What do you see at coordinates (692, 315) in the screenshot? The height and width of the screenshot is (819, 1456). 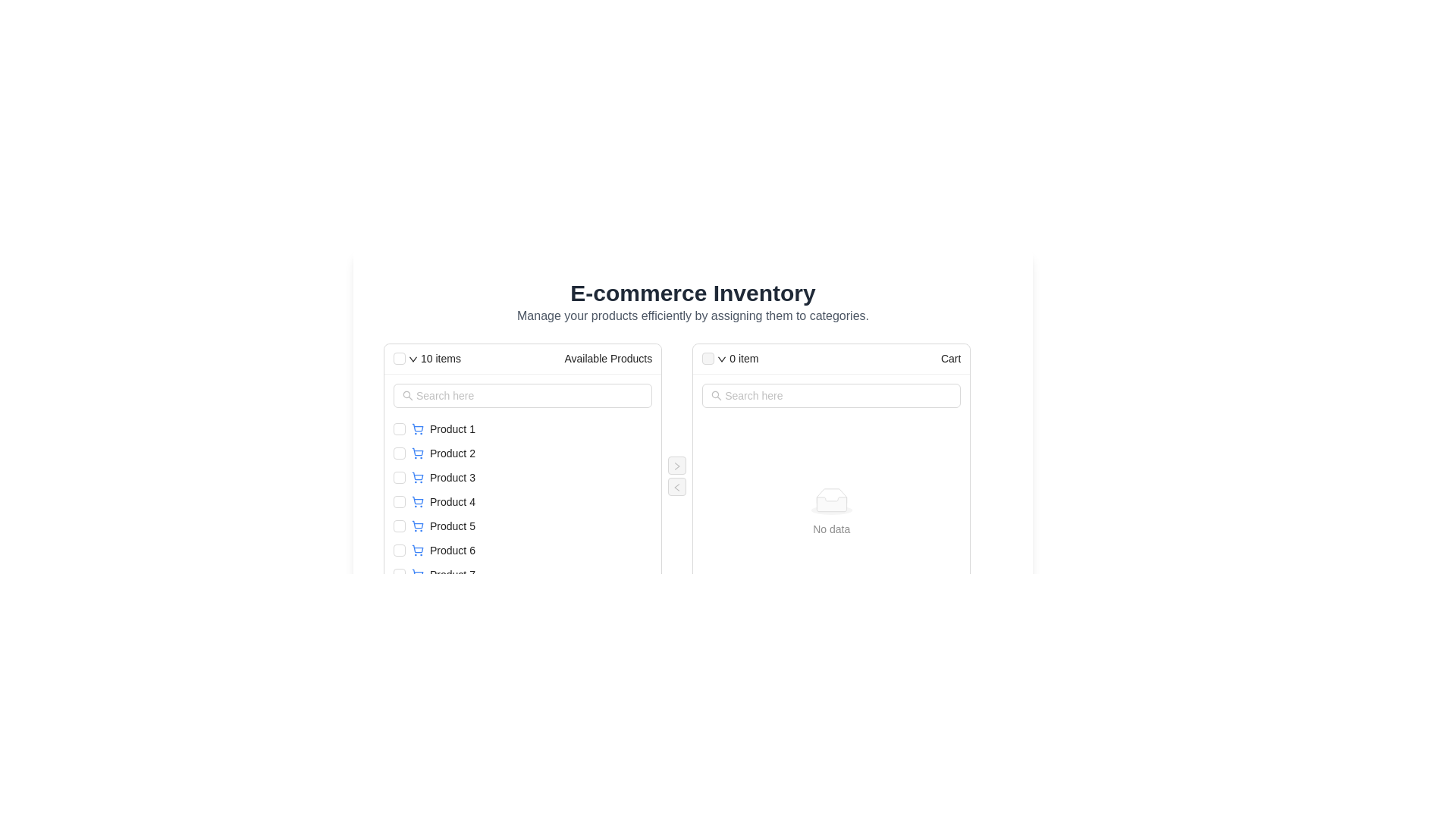 I see `the static text element that reads 'Manage your products efficiently by assigning them to categories', which is positioned below the main heading 'E-commerce Inventory'` at bounding box center [692, 315].